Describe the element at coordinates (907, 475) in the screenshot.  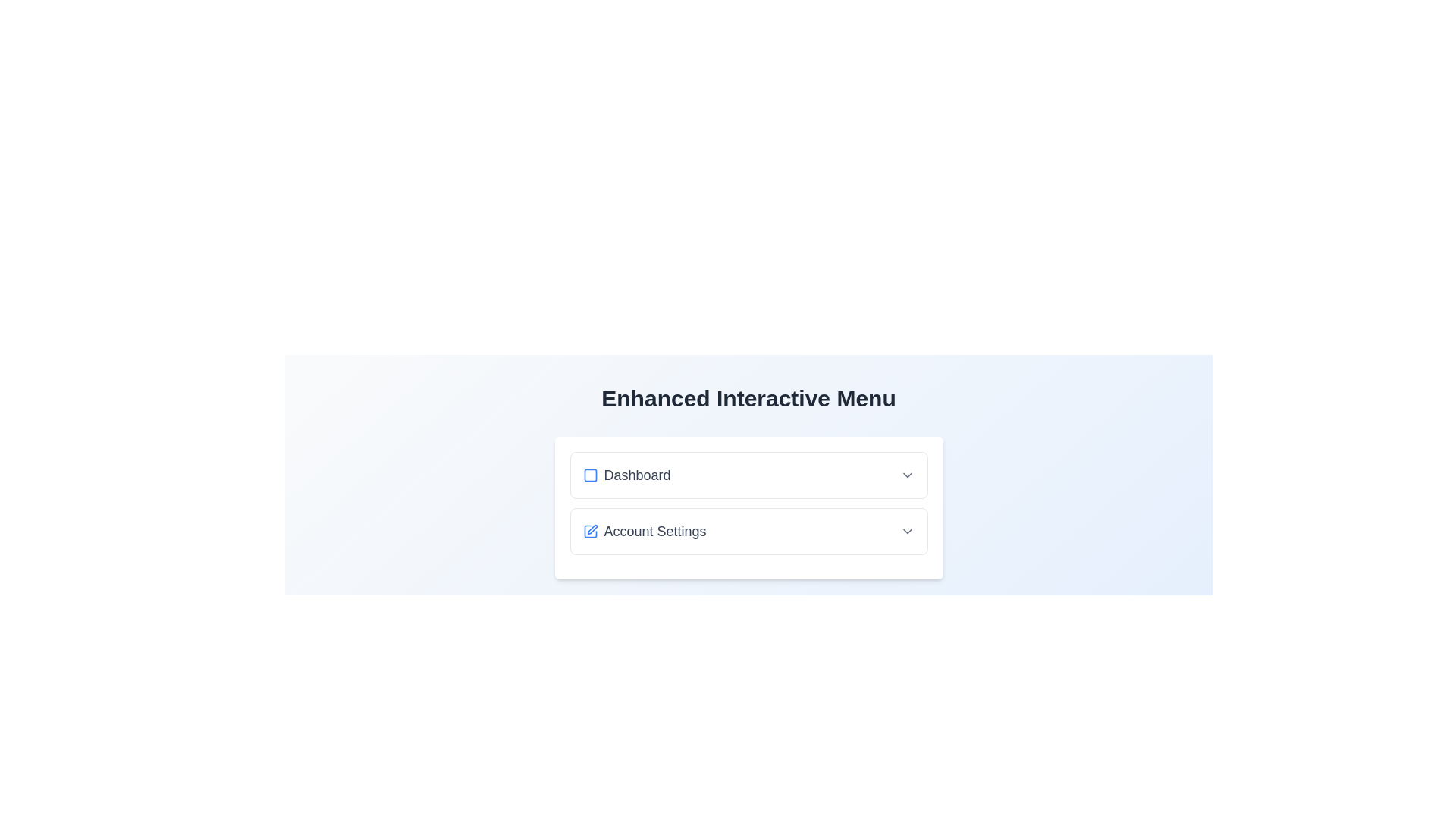
I see `the chevron icon located to the right of the 'Dashboard' text` at that location.